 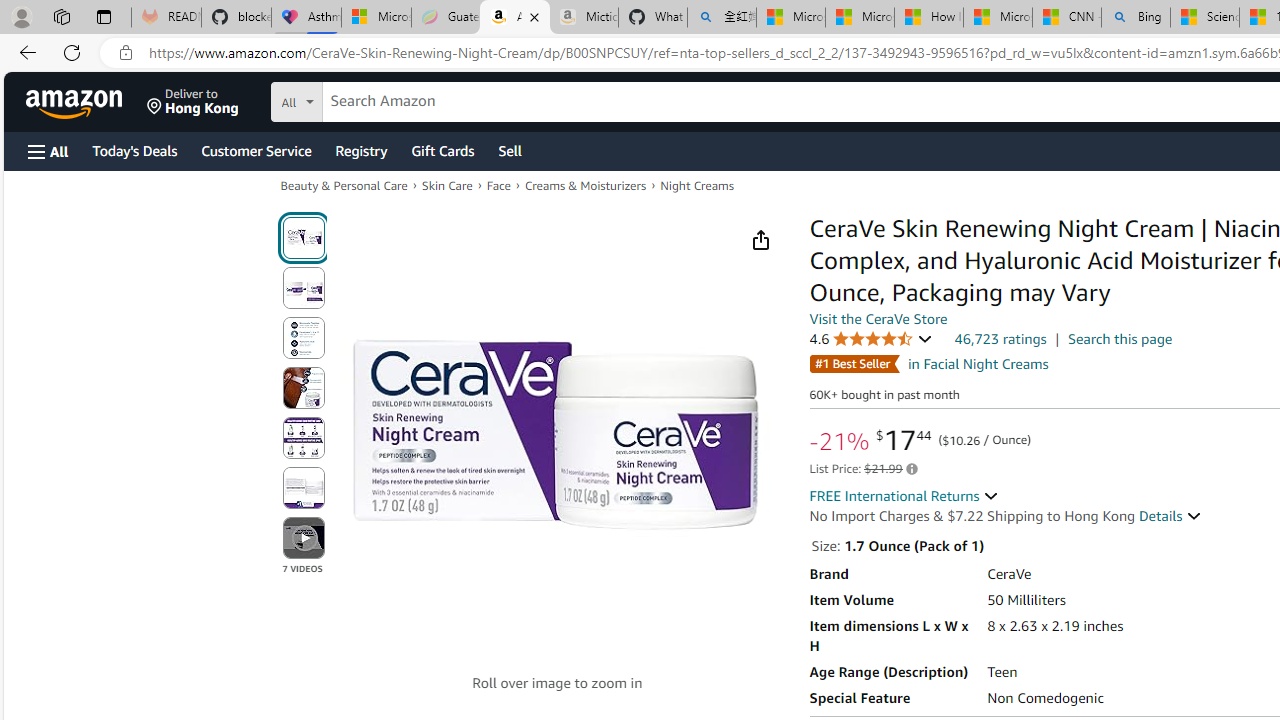 I want to click on 'Science - MSN', so click(x=1204, y=17).